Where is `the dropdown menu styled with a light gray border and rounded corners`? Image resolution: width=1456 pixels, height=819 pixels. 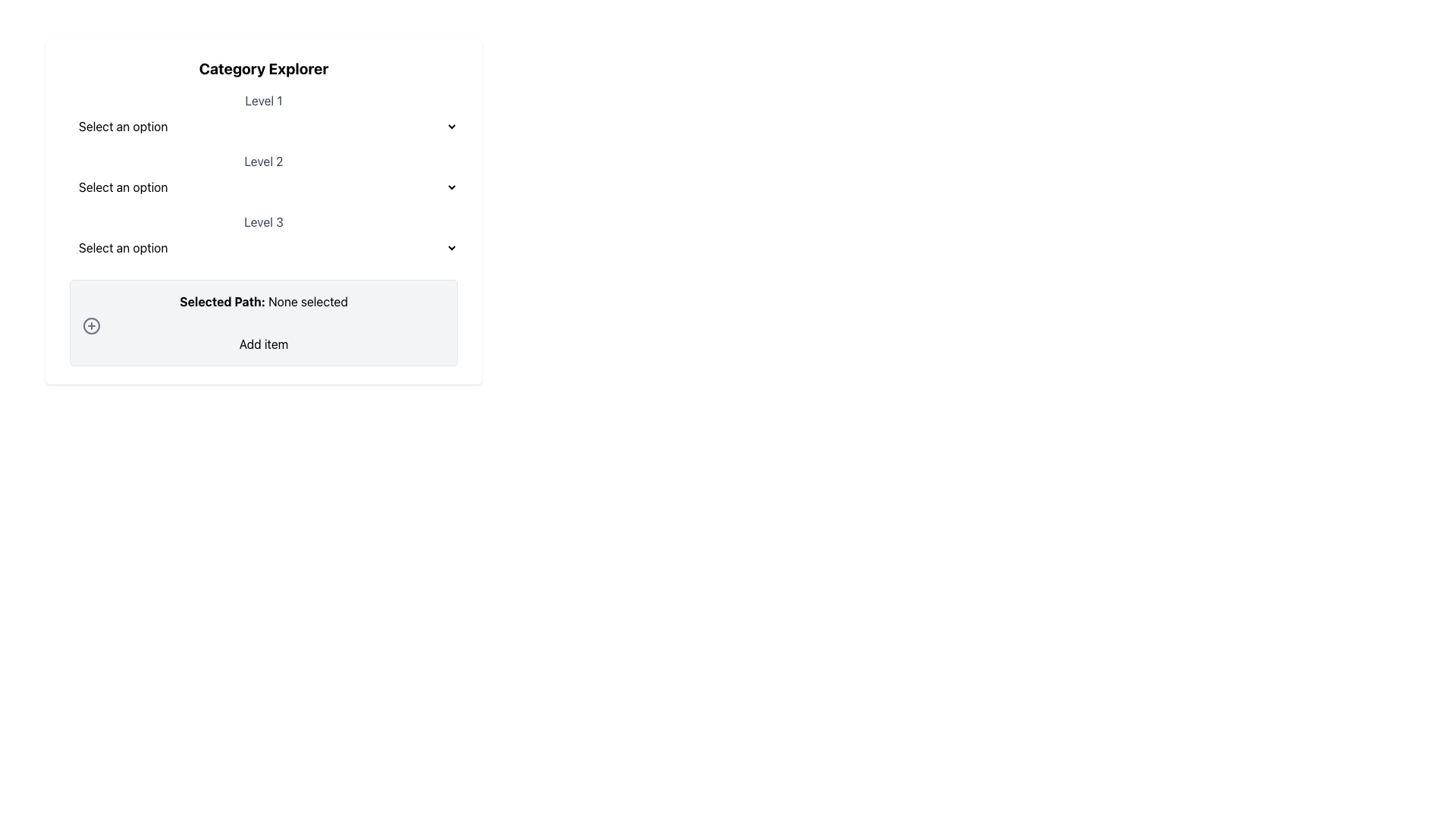 the dropdown menu styled with a light gray border and rounded corners is located at coordinates (263, 247).